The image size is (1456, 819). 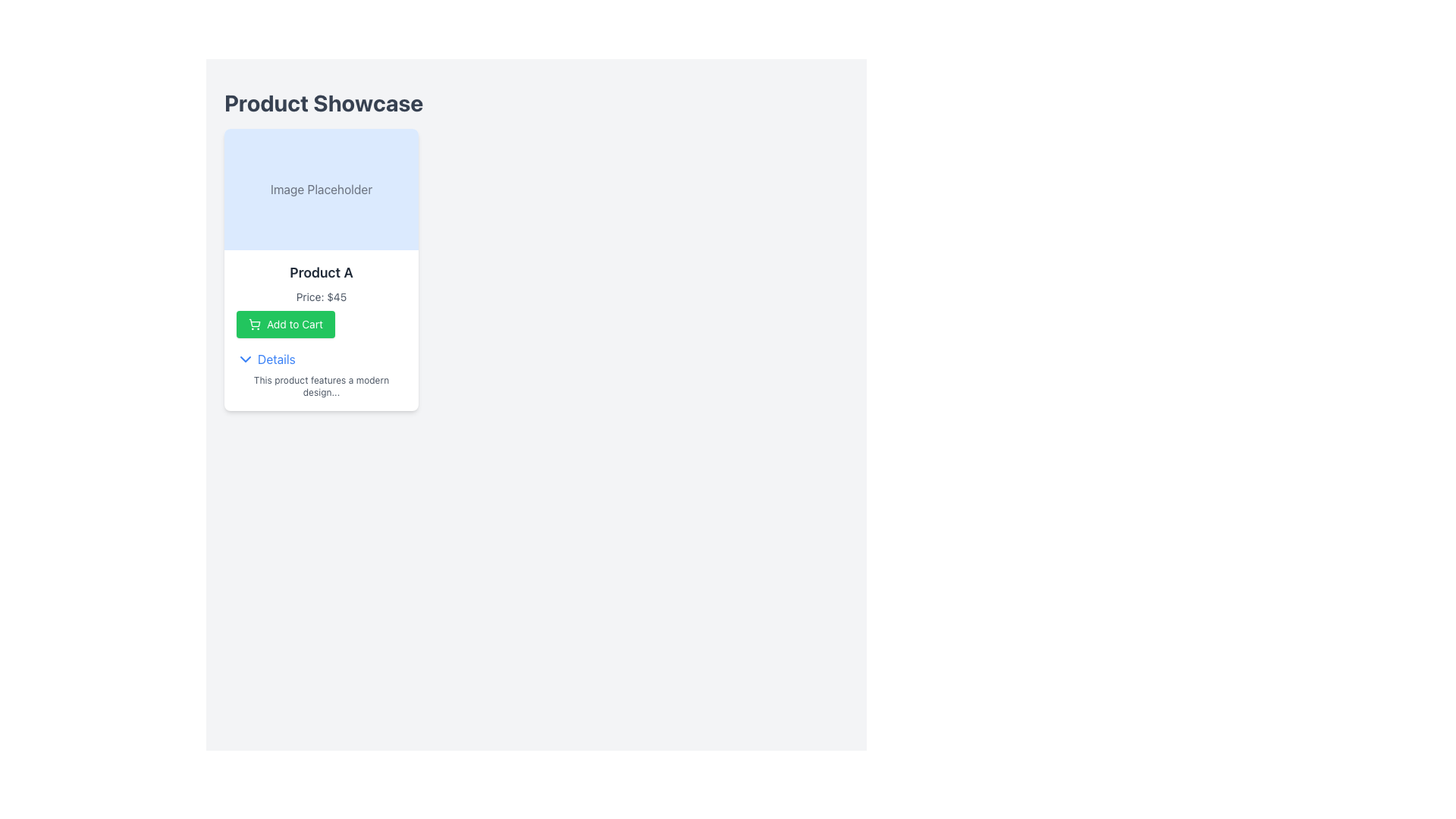 What do you see at coordinates (320, 271) in the screenshot?
I see `the text element displaying 'Product A', which is styled in a large bold font and is located centrally beneath the image placeholder in the product card` at bounding box center [320, 271].